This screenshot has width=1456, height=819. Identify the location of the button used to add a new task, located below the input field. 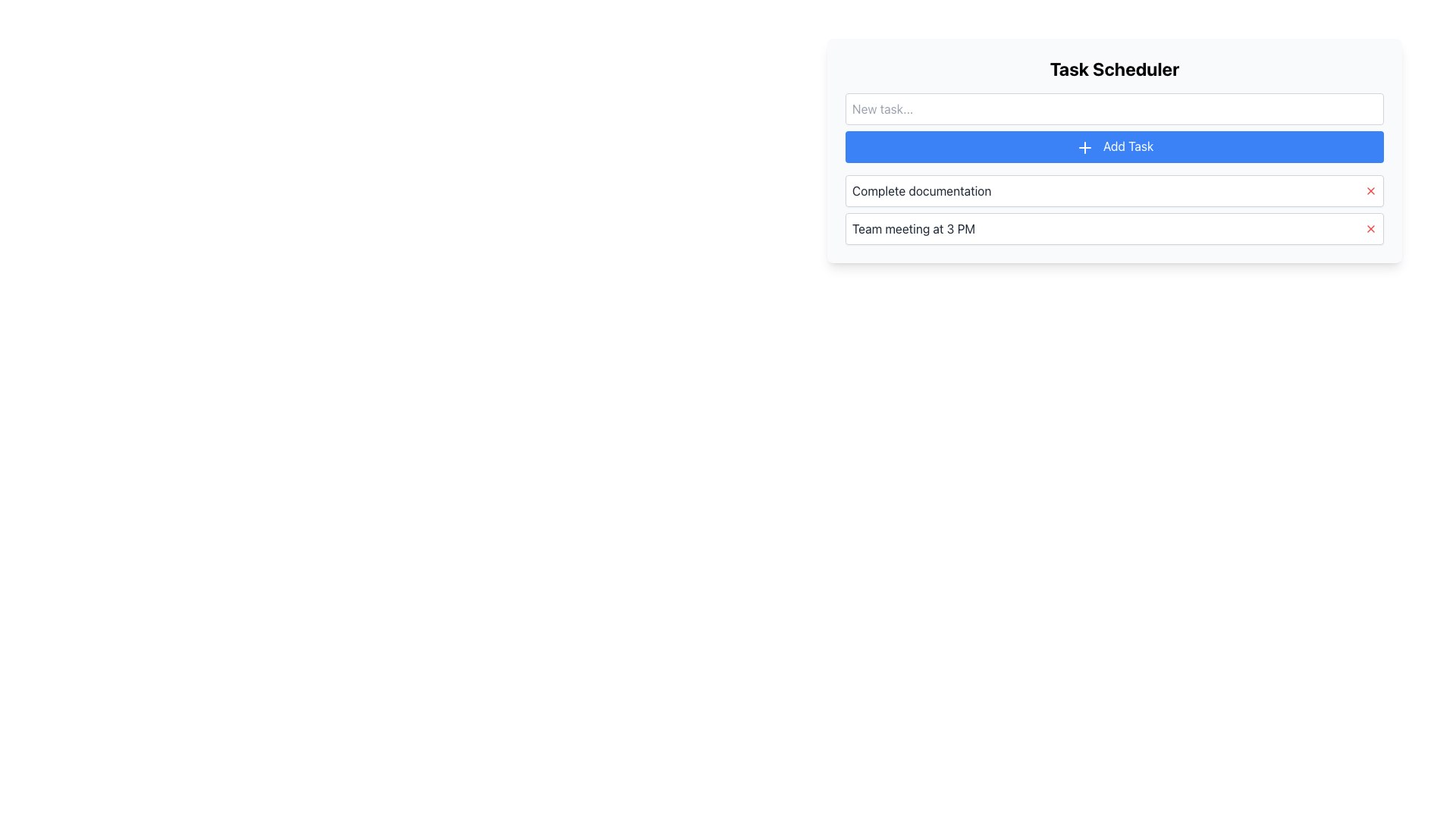
(1114, 146).